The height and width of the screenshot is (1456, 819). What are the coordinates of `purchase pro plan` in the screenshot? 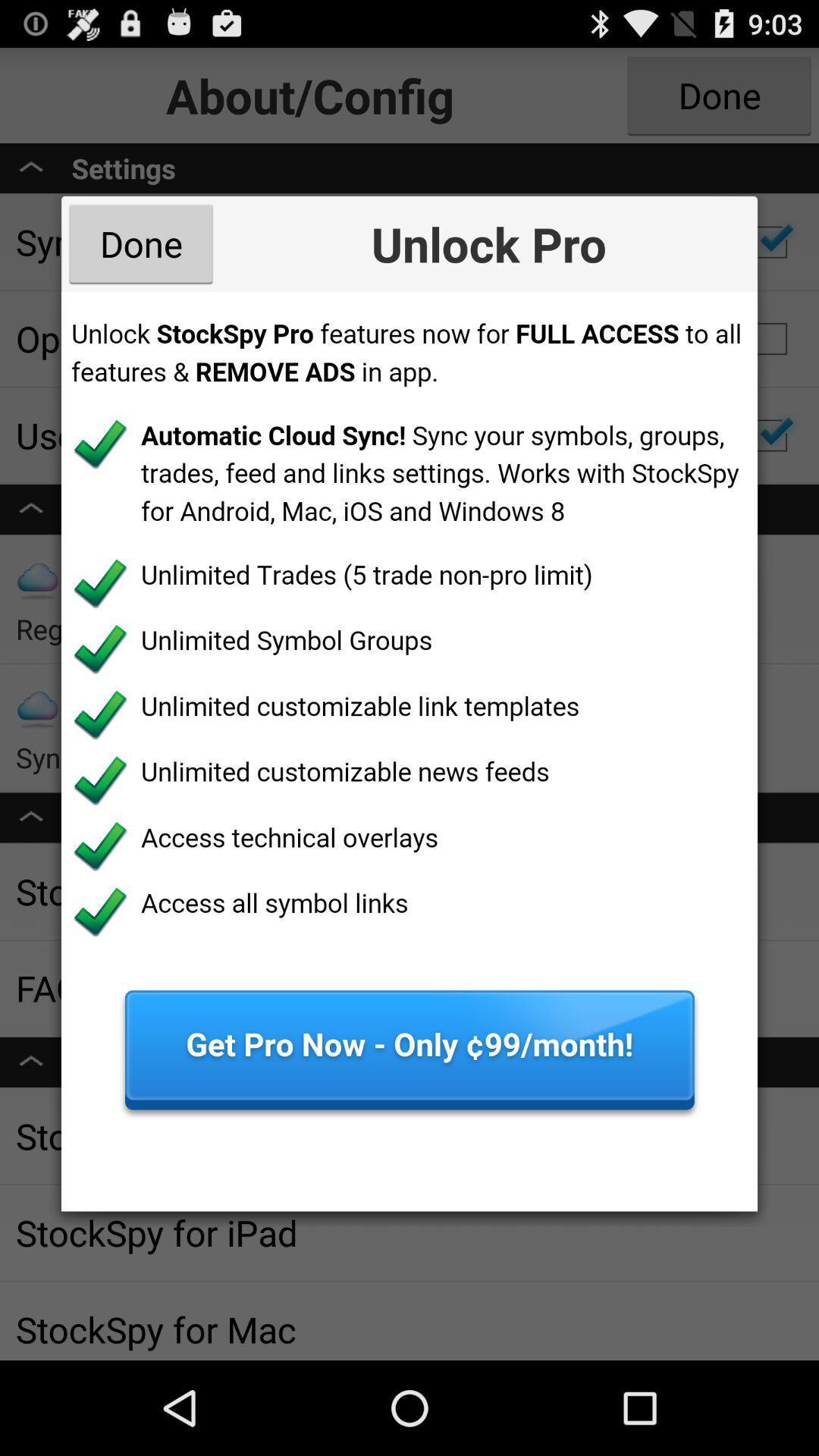 It's located at (409, 752).